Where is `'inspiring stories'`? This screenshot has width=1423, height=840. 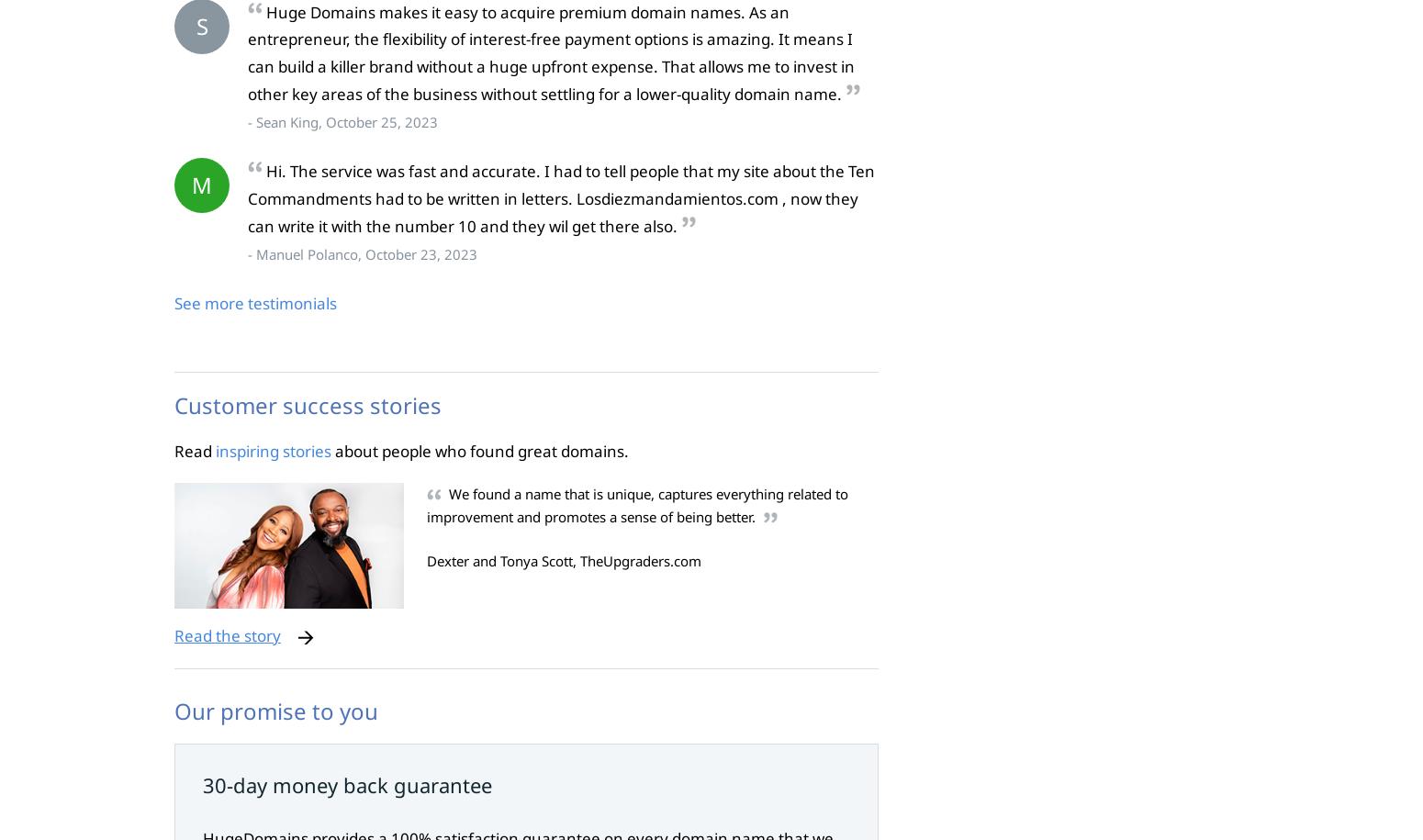
'inspiring stories' is located at coordinates (274, 449).